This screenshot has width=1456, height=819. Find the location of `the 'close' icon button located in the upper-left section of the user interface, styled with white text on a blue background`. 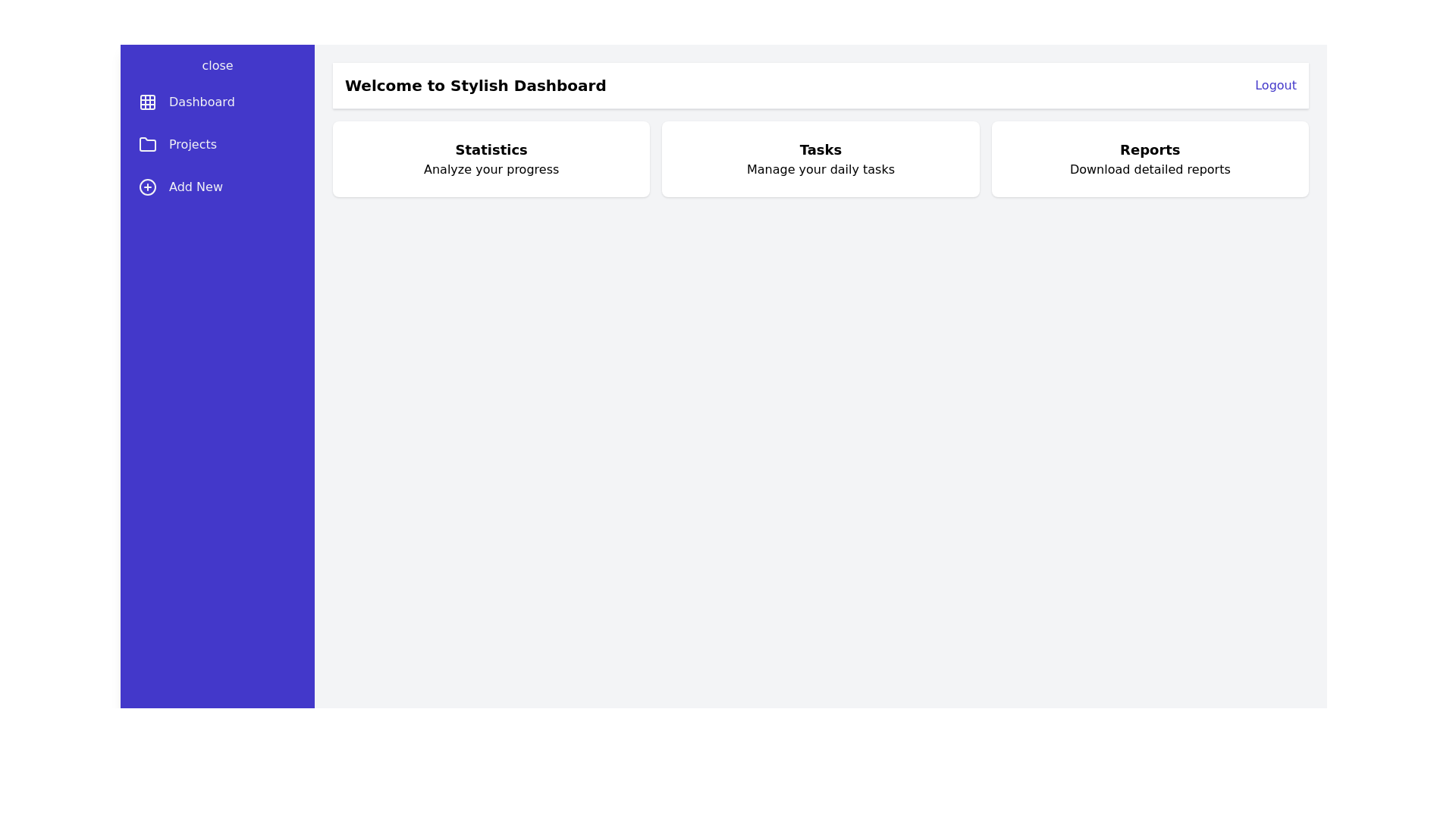

the 'close' icon button located in the upper-left section of the user interface, styled with white text on a blue background is located at coordinates (217, 64).